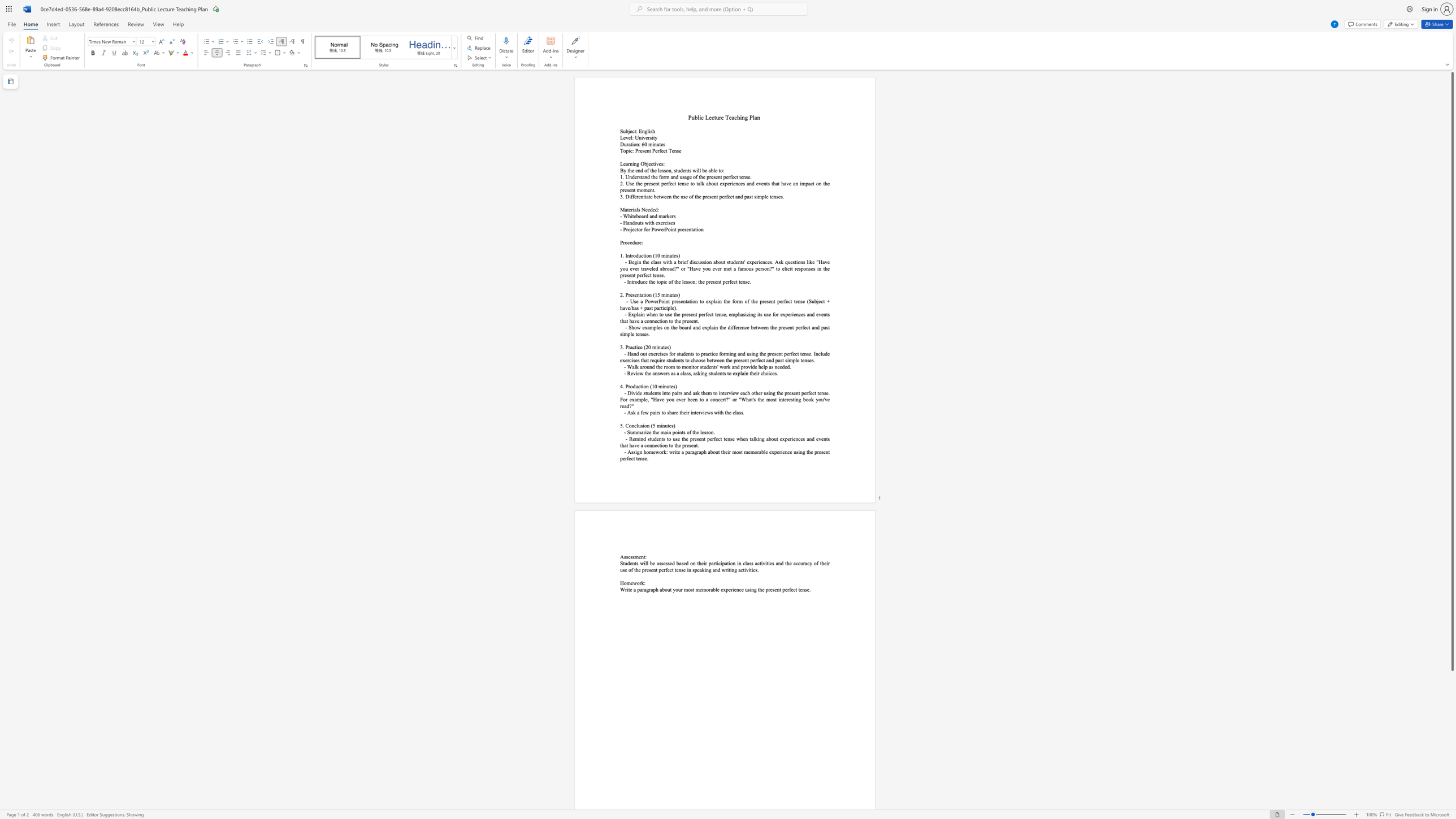 The image size is (1456, 819). I want to click on the subset text "ar" within the text "- Whiteboard and markers", so click(662, 215).